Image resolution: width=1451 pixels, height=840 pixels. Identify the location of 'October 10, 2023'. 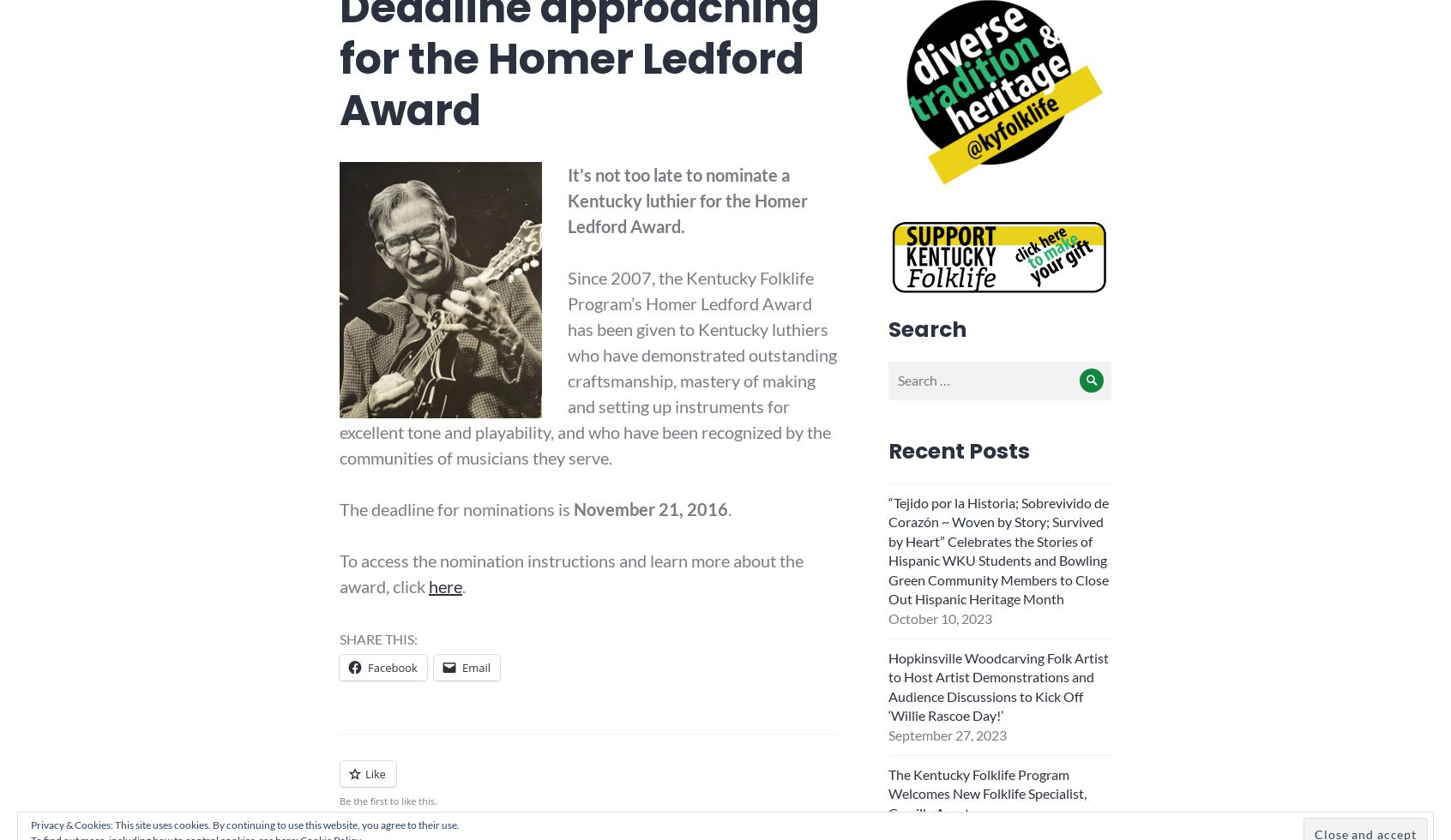
(939, 617).